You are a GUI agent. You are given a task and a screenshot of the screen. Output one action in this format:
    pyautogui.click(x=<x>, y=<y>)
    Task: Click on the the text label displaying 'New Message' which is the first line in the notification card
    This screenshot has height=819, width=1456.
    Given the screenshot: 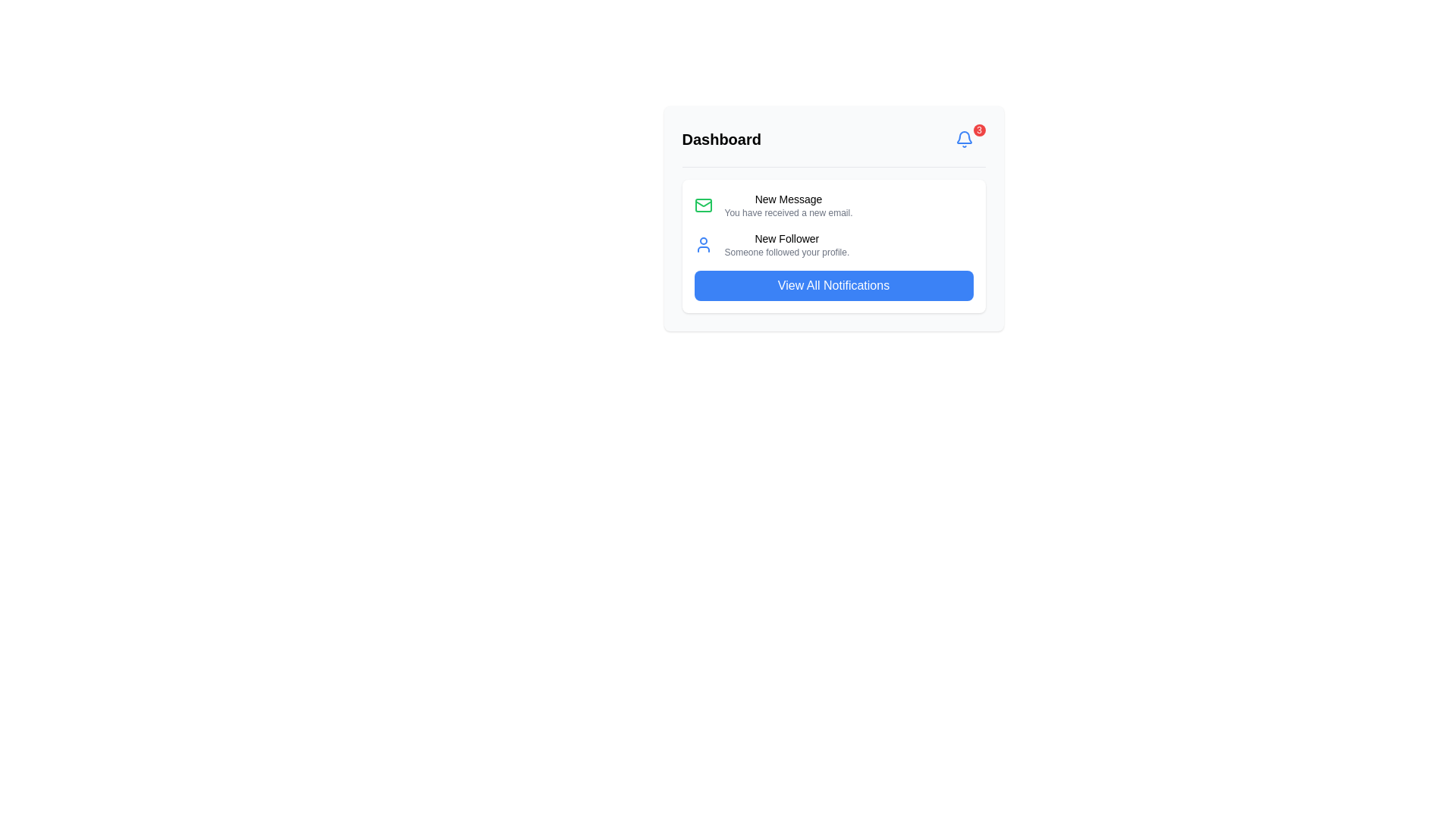 What is the action you would take?
    pyautogui.click(x=789, y=198)
    